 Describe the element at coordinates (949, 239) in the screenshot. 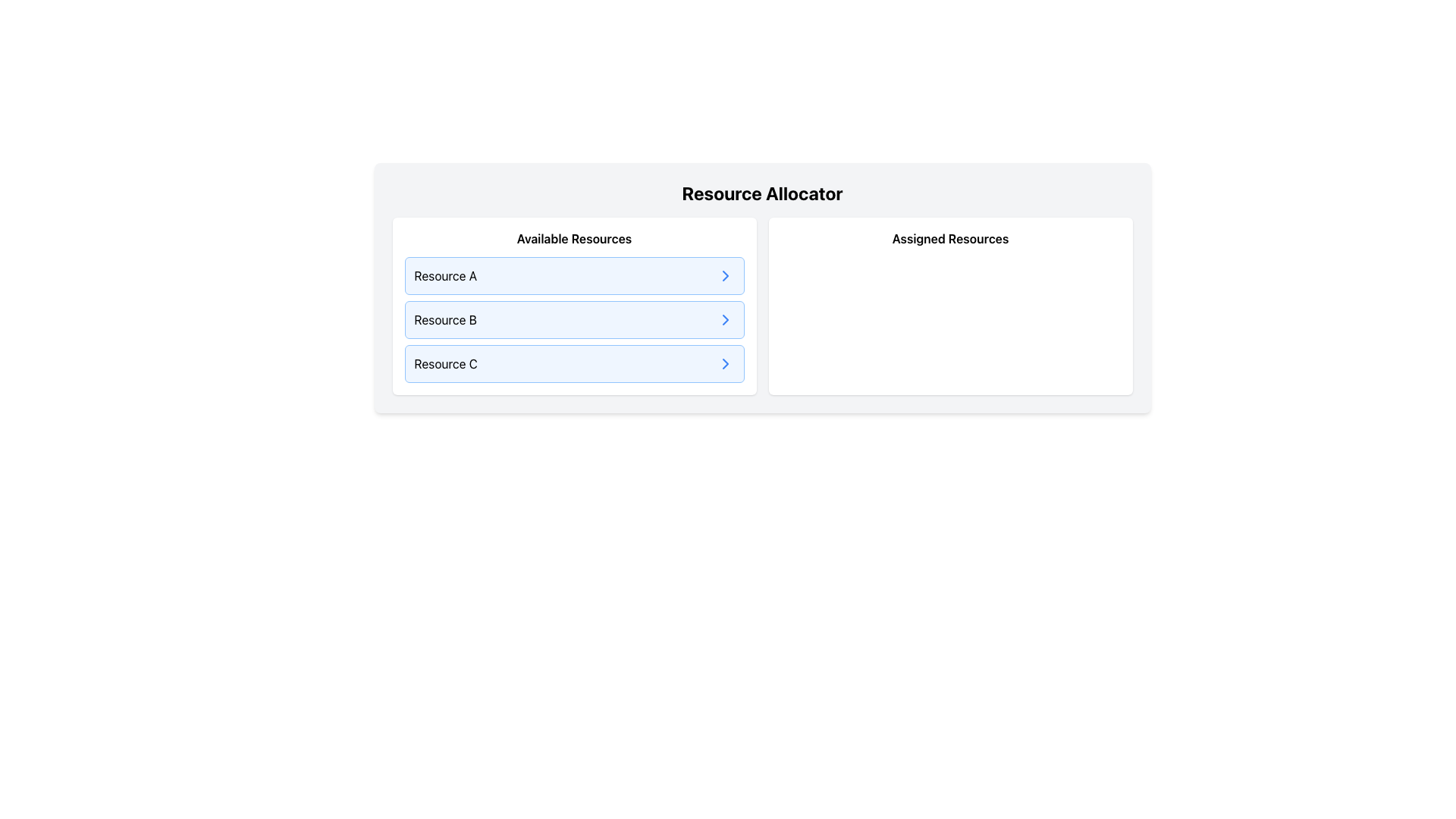

I see `the bold, centered text reading 'Assigned Resources', which is located at the top-center of a white box with rounded corners on the right-hand side of the application interface` at that location.